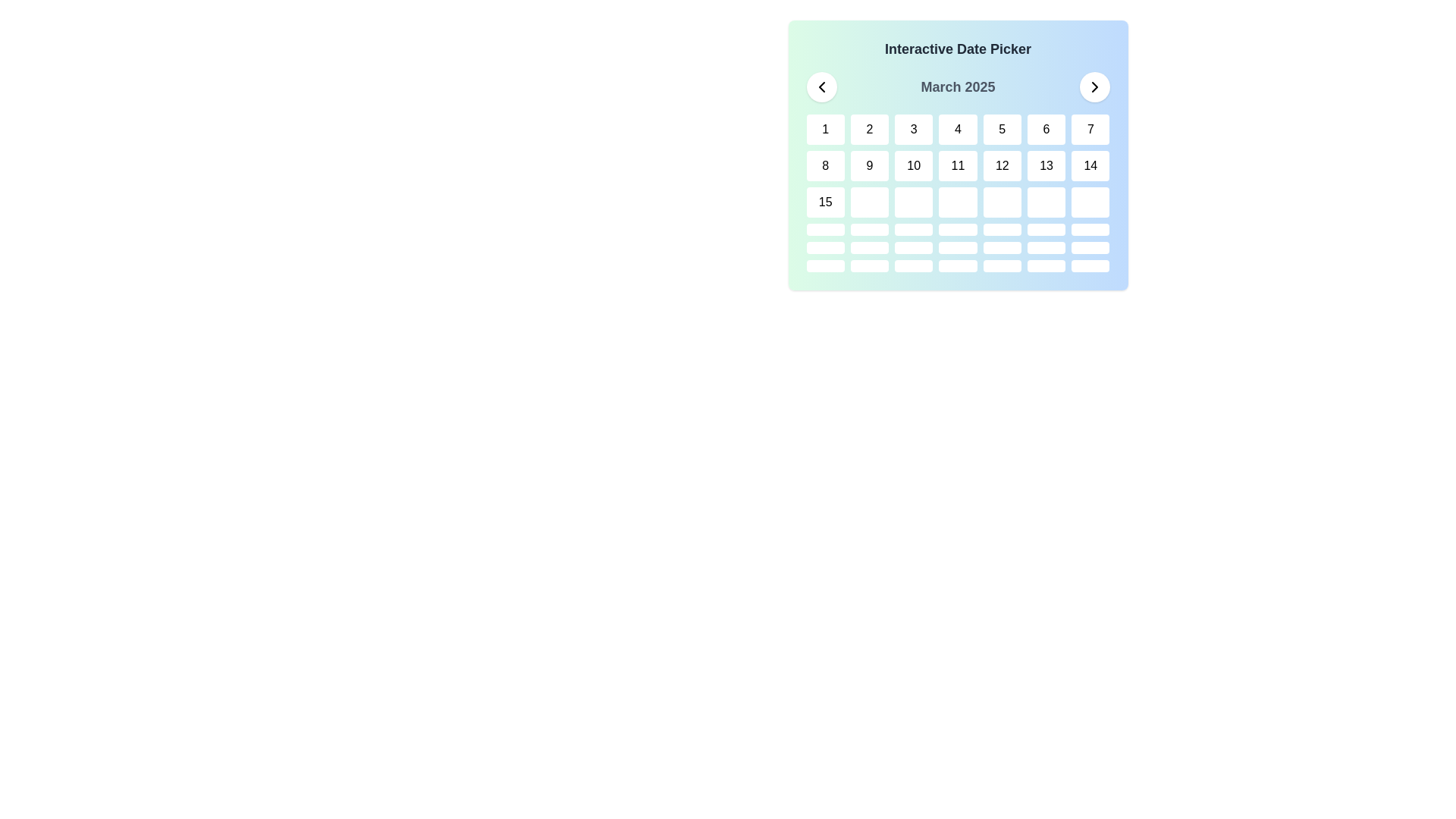 The width and height of the screenshot is (1456, 819). What do you see at coordinates (957, 166) in the screenshot?
I see `the clickable date selector button for the 11th day of March 2025 in the interactive date picker to interact with accessibility tools` at bounding box center [957, 166].